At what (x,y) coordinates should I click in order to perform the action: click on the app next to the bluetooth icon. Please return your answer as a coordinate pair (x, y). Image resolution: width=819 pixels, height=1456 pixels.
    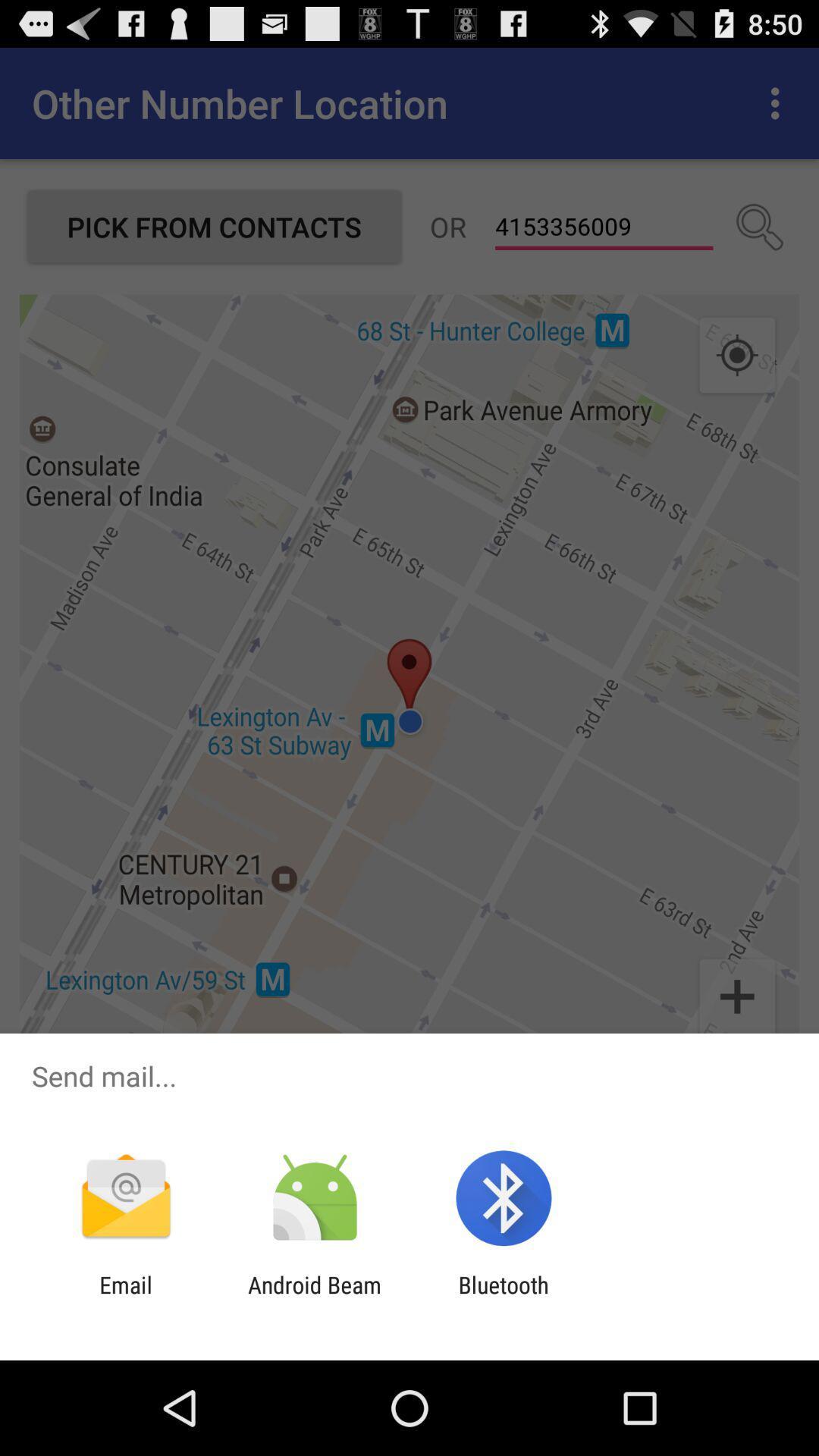
    Looking at the image, I should click on (314, 1298).